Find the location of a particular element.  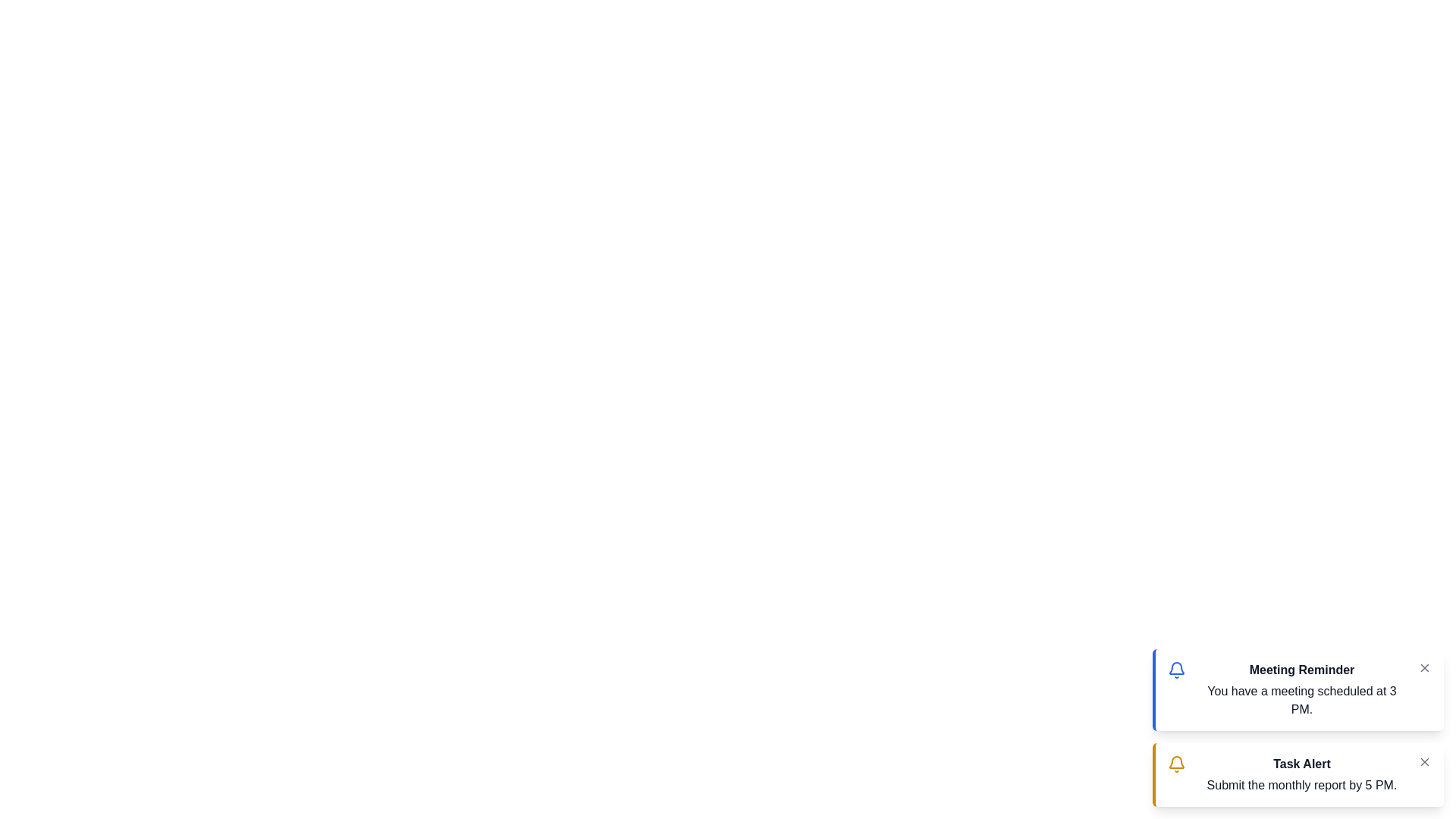

the notification title of the 'Meeting Reminder' notification is located at coordinates (1301, 669).